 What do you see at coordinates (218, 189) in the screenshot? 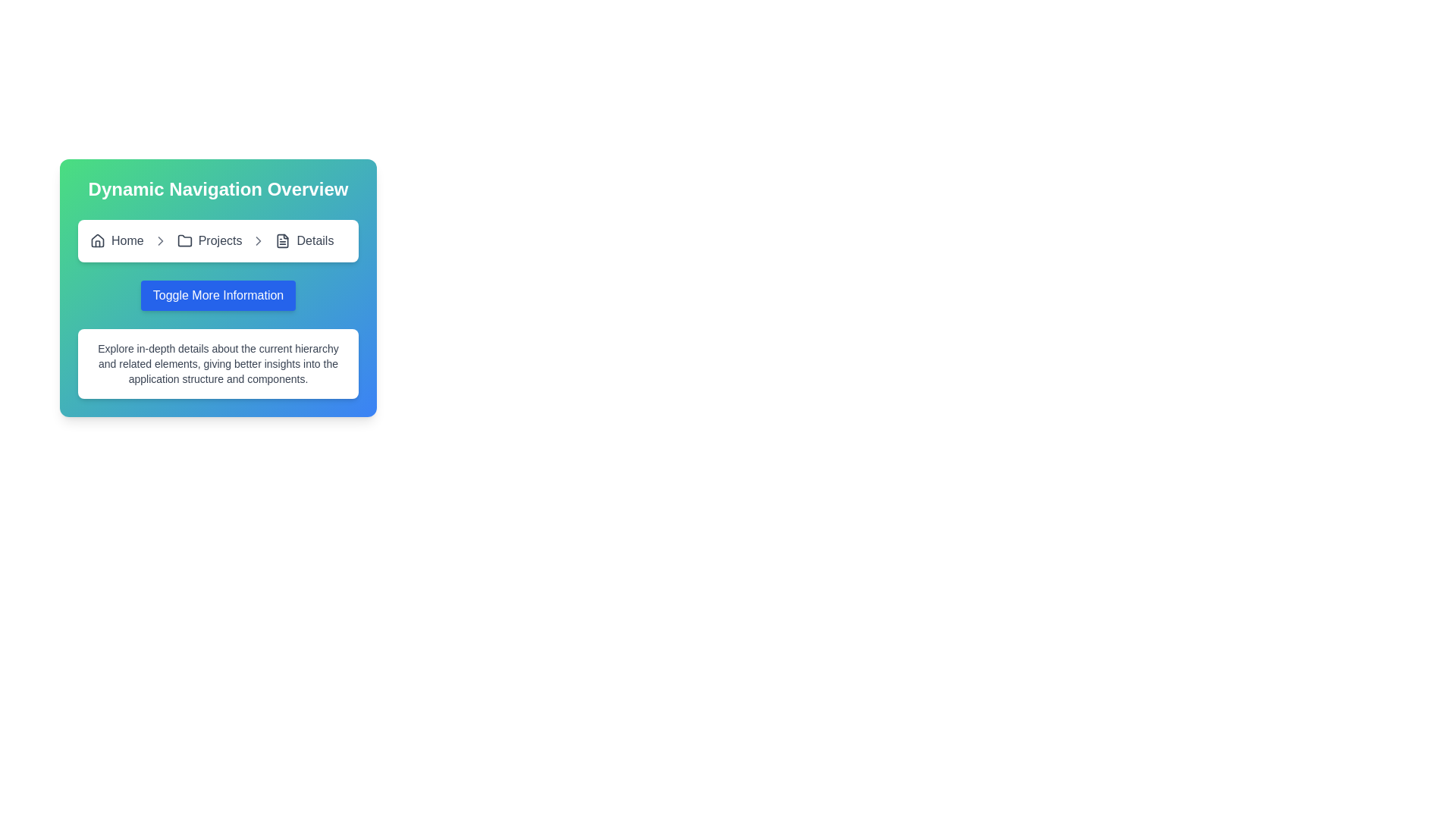
I see `prominently styled text 'Dynamic Navigation Overview' which is located at the top of the card-like component with a green-to-blue gradient background` at bounding box center [218, 189].